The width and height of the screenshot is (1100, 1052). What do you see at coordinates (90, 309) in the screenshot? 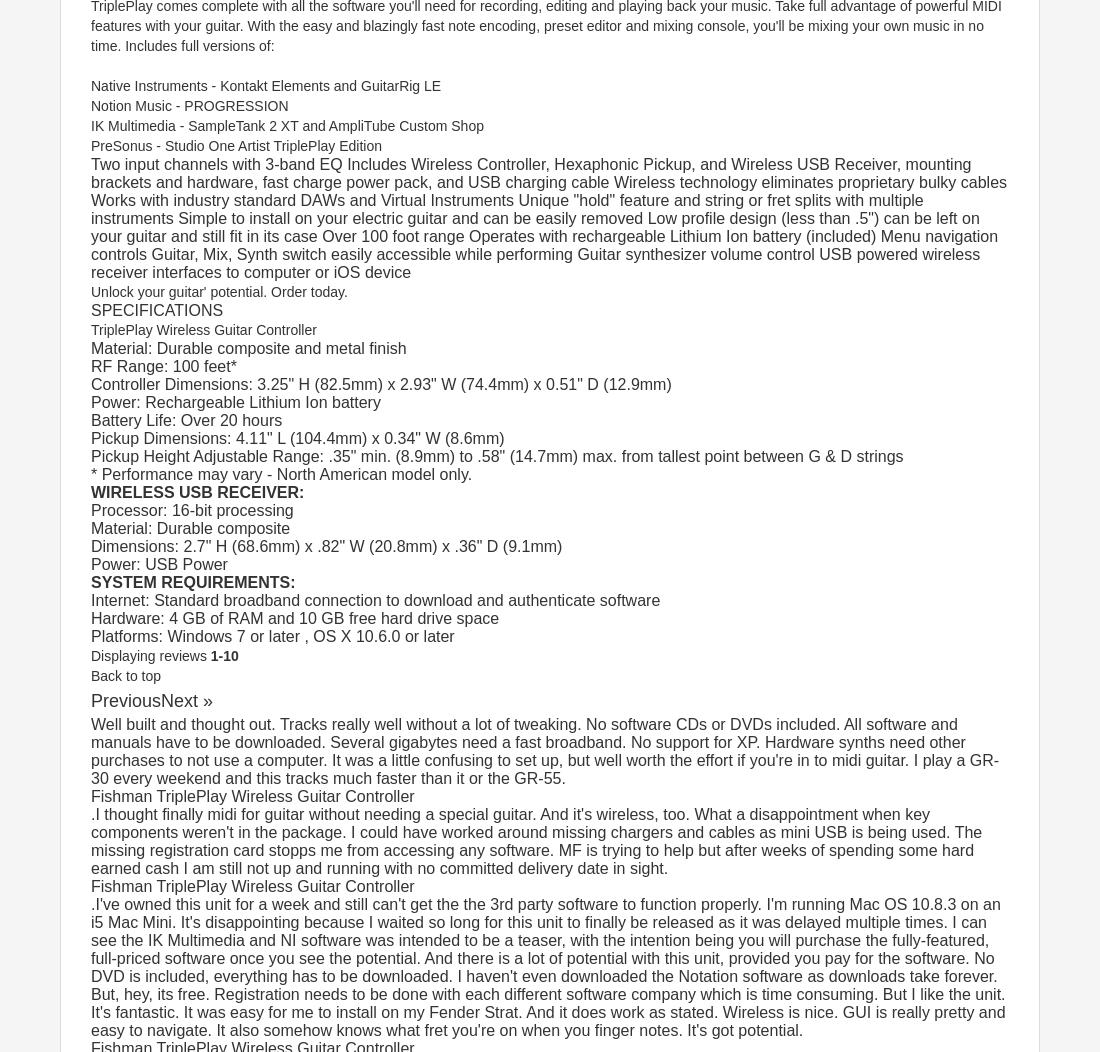
I see `'SPECIFICATIONS'` at bounding box center [90, 309].